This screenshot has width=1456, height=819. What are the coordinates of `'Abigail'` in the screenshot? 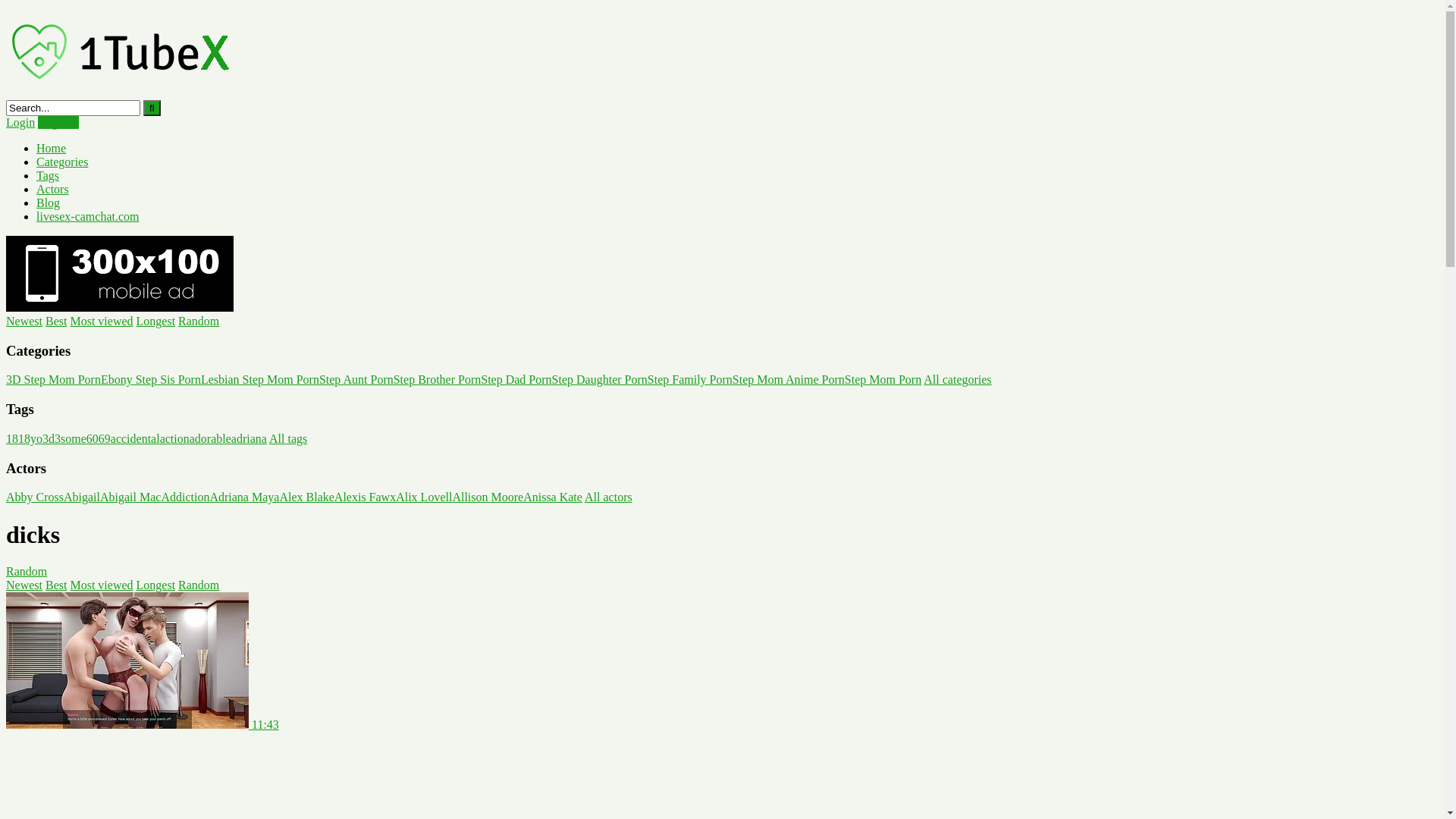 It's located at (81, 497).